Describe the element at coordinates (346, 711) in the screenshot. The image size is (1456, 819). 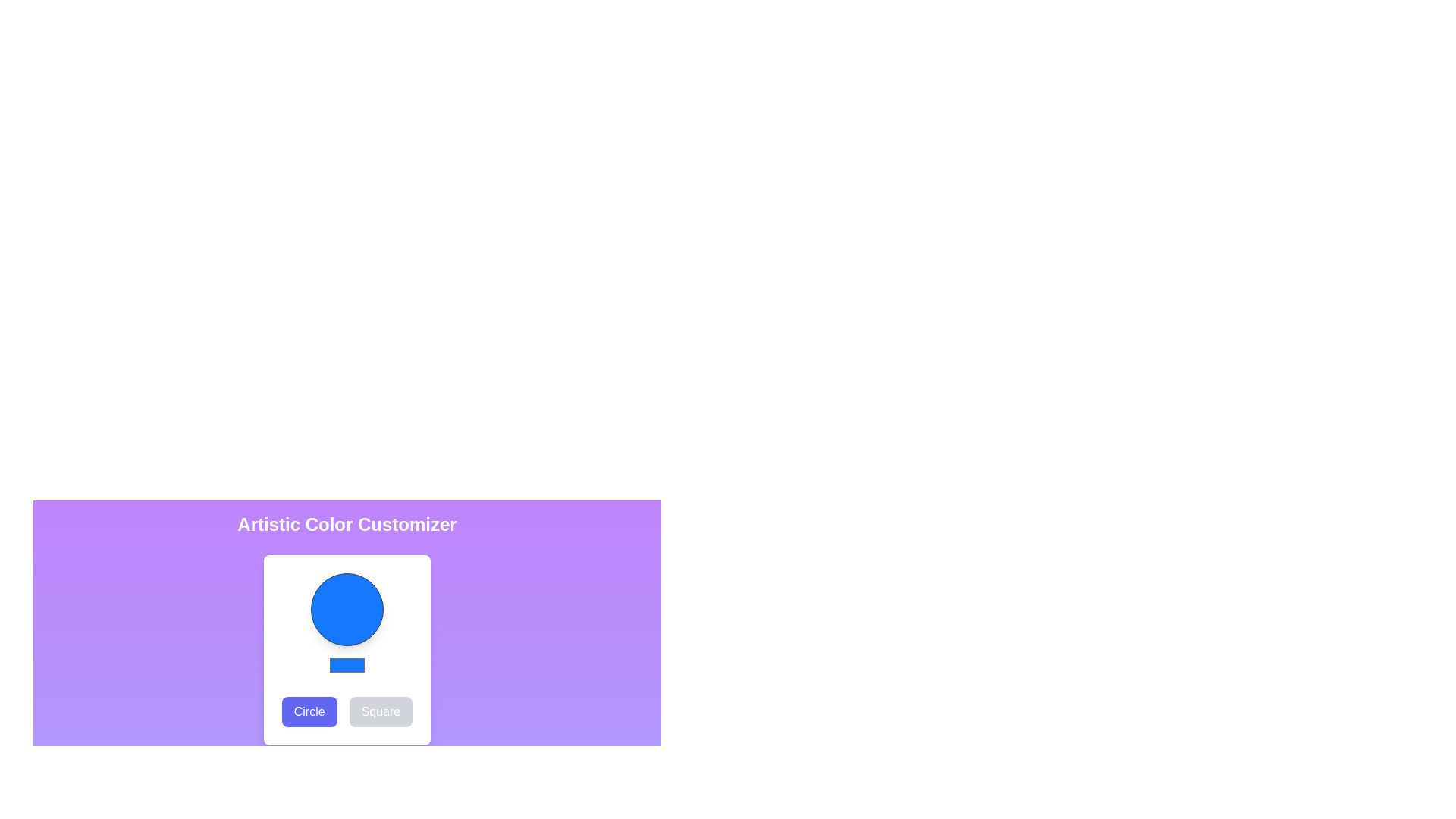
I see `the 'Circle' button, which is styled with a purple background and white text, located at the bottom center of the card component` at that location.